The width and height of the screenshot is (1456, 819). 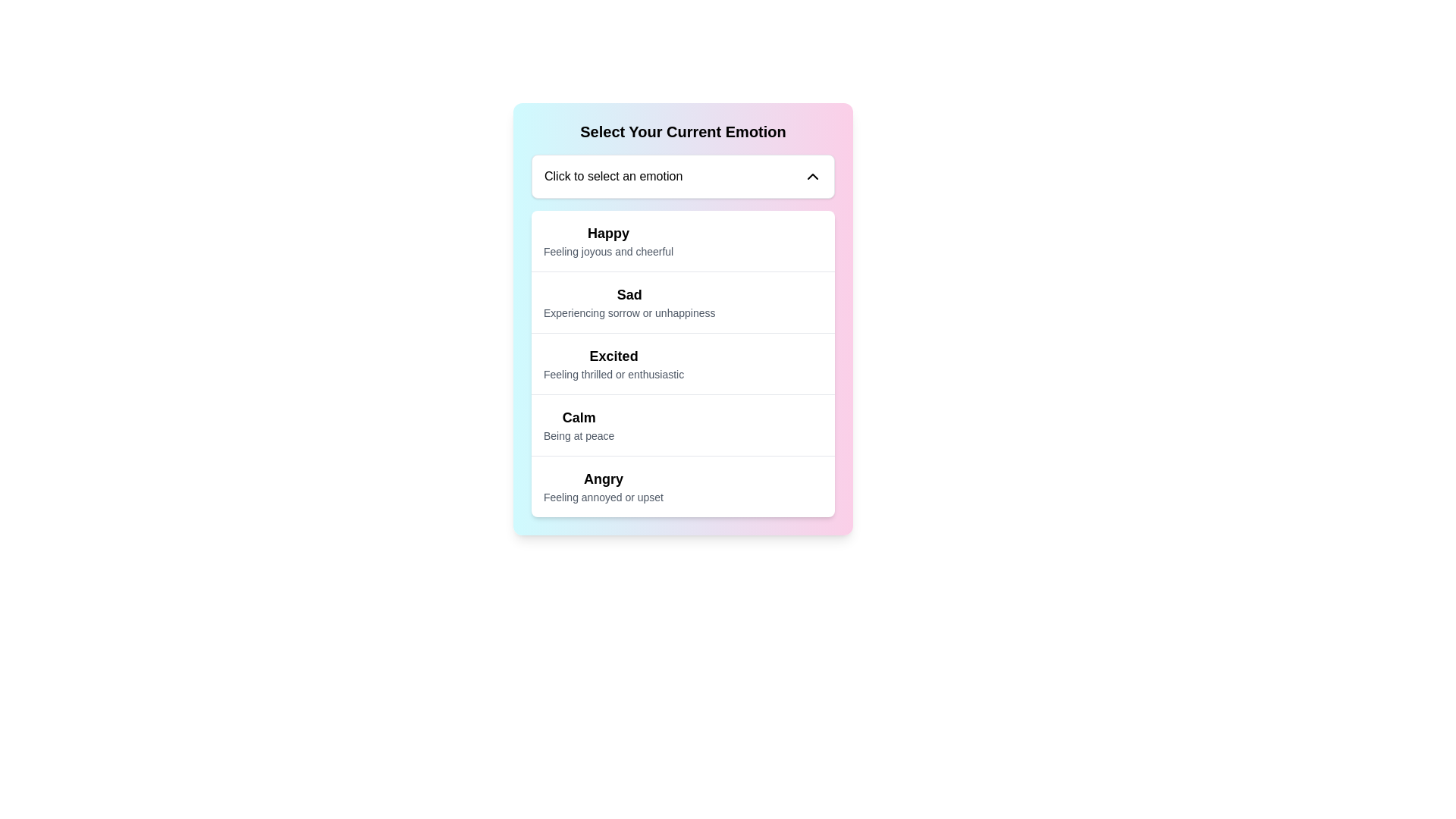 What do you see at coordinates (603, 486) in the screenshot?
I see `text label for the emotion selection option labeled 'Angry' which is the last item in the dropdown menu under 'Select Your Current Emotion'` at bounding box center [603, 486].